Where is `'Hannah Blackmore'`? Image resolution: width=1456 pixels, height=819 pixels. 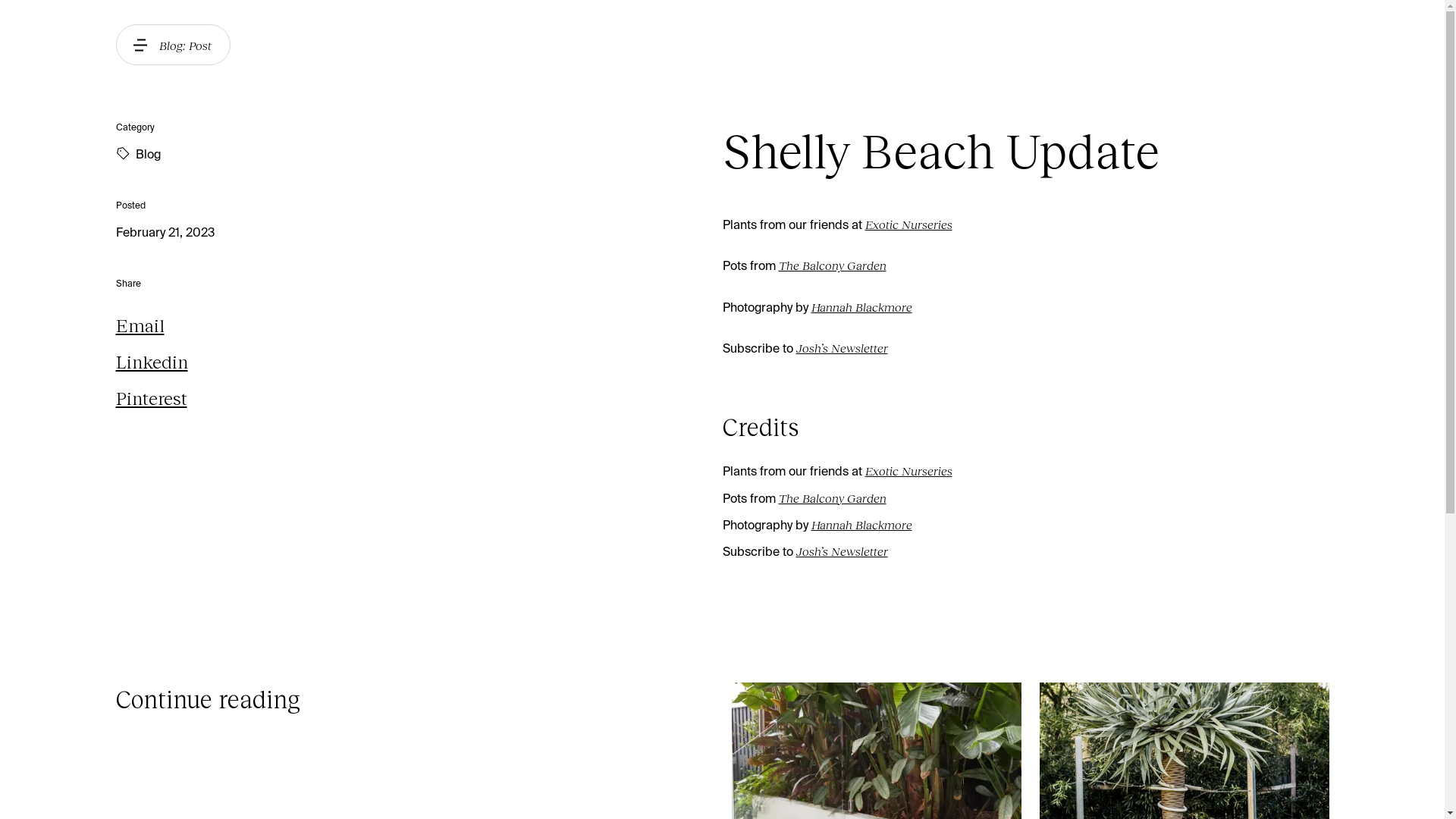
'Hannah Blackmore' is located at coordinates (861, 523).